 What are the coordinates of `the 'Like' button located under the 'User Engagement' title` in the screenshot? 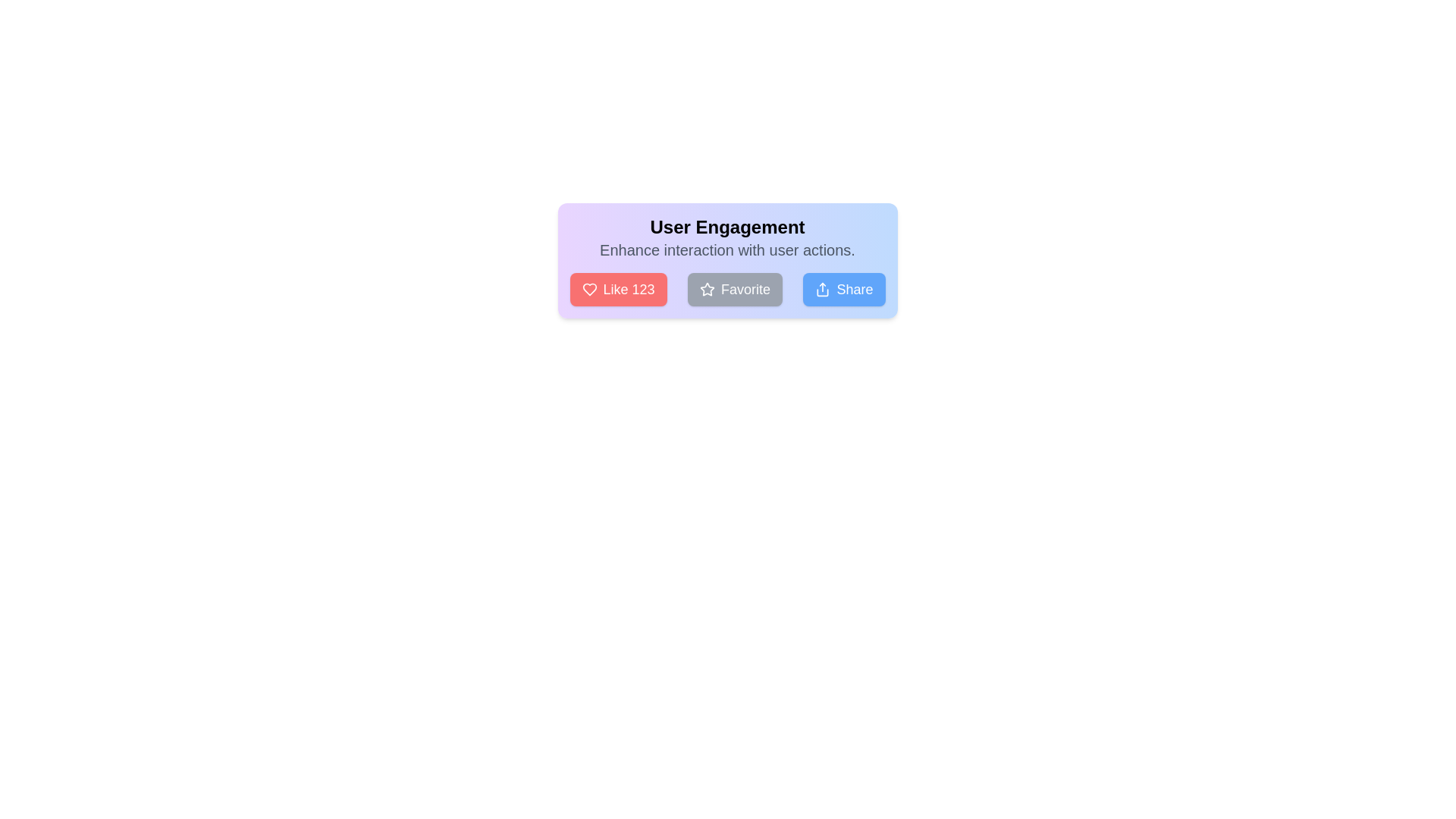 It's located at (618, 289).